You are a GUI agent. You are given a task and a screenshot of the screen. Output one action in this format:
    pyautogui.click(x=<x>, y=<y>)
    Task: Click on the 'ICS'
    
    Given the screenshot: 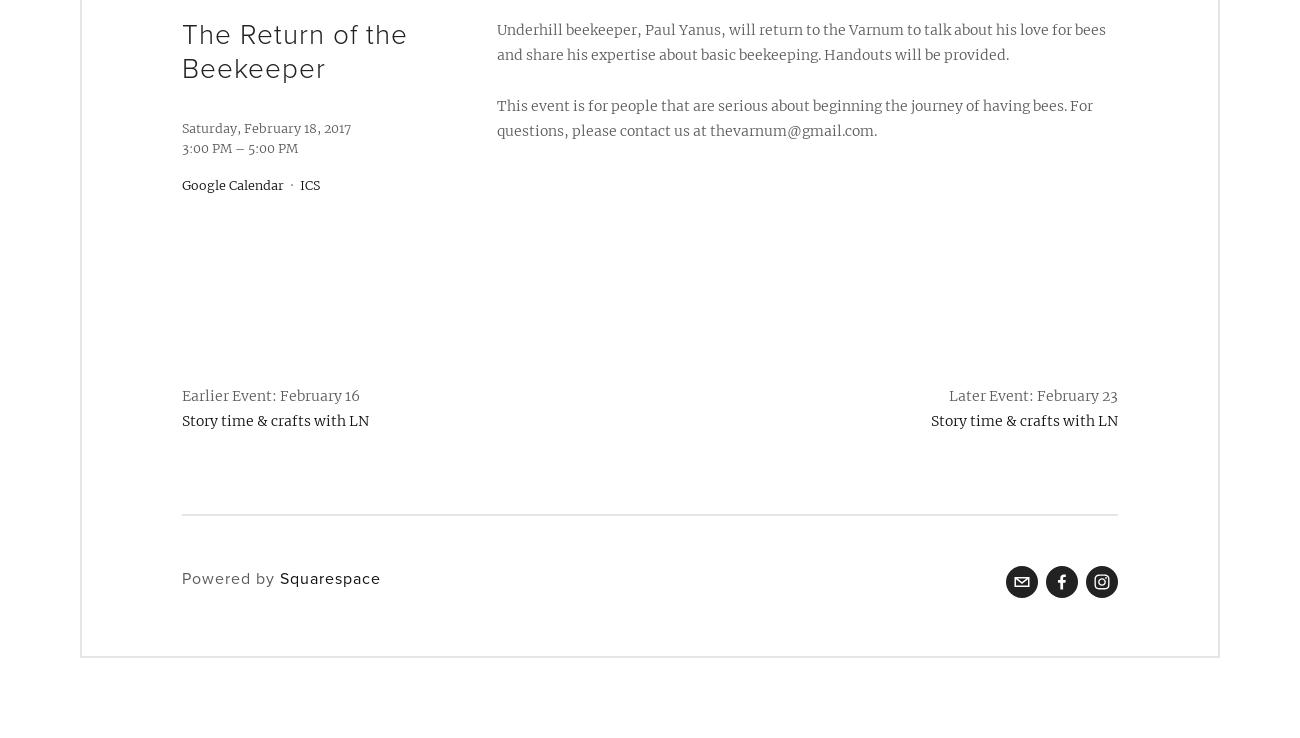 What is the action you would take?
    pyautogui.click(x=310, y=184)
    